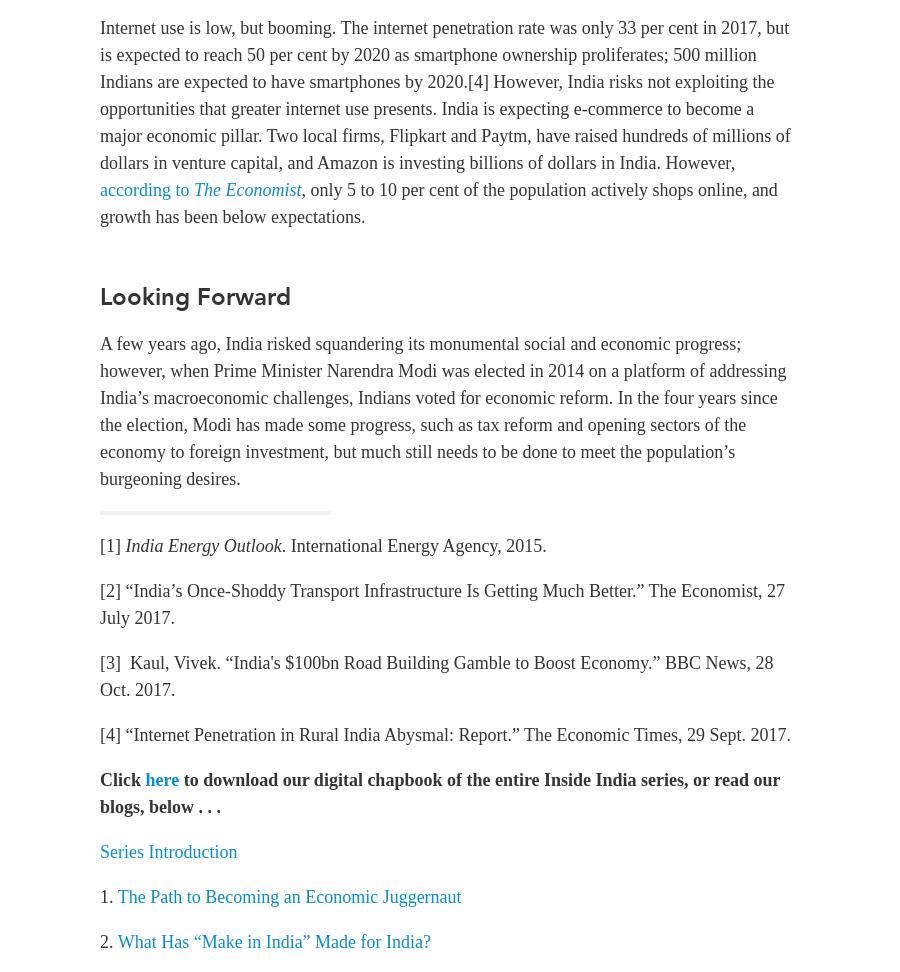  What do you see at coordinates (98, 792) in the screenshot?
I see `'to download our digital chapbook of the entire Inside India series, or read our blogs, below . . .'` at bounding box center [98, 792].